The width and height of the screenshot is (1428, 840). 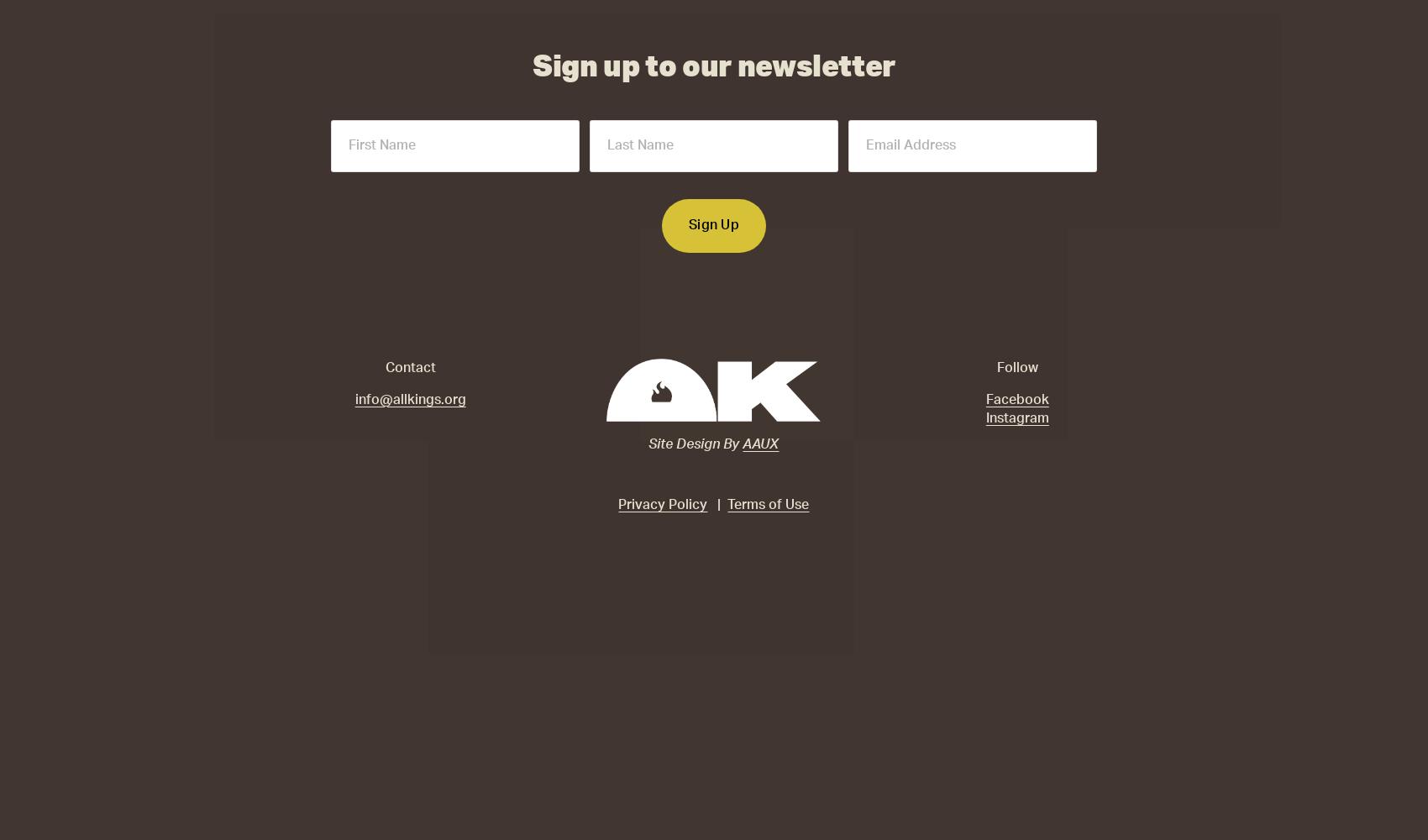 What do you see at coordinates (1016, 398) in the screenshot?
I see `'Facebook'` at bounding box center [1016, 398].